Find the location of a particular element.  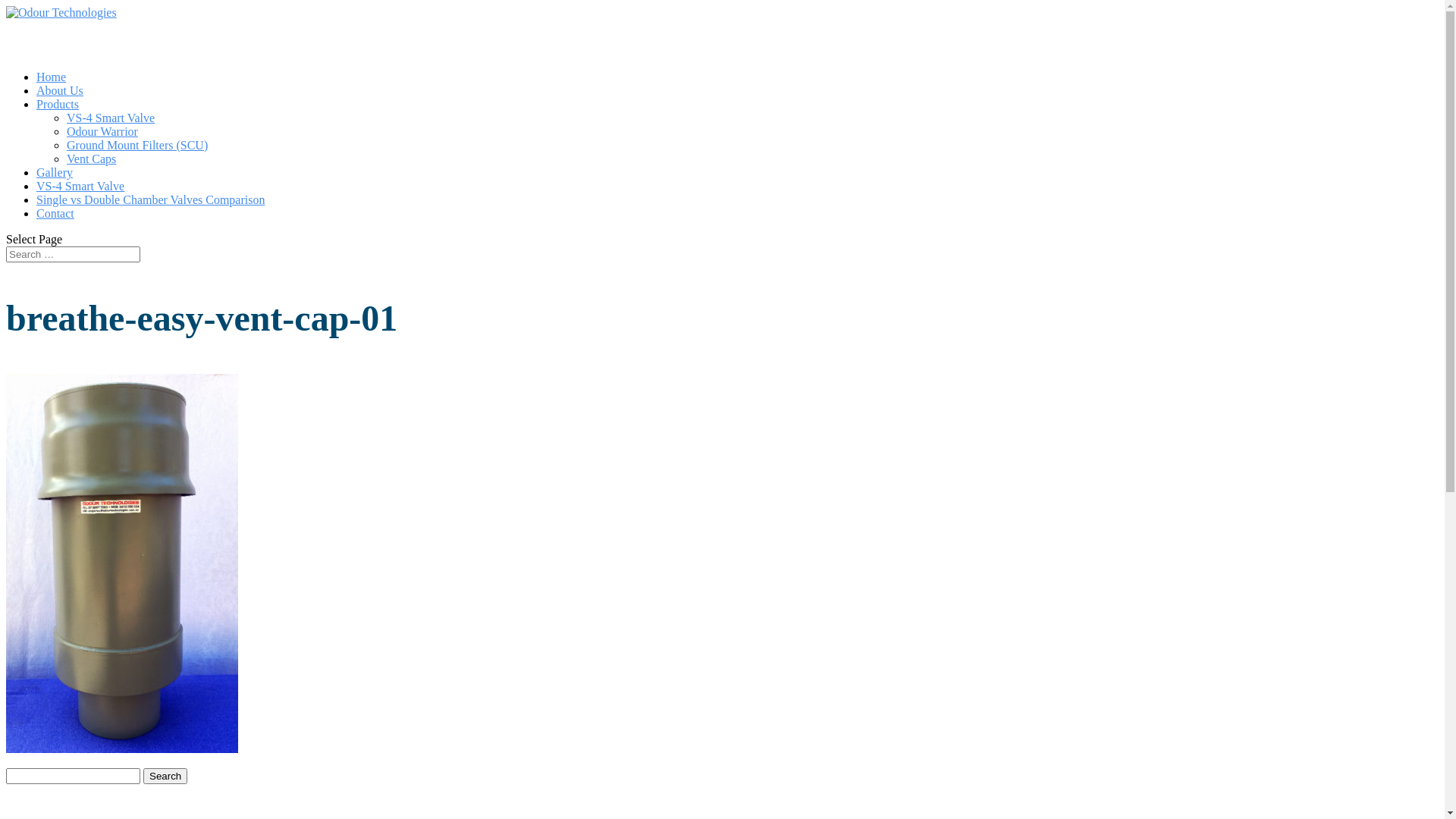

'Ground Mount Filters (SCU)' is located at coordinates (65, 145).